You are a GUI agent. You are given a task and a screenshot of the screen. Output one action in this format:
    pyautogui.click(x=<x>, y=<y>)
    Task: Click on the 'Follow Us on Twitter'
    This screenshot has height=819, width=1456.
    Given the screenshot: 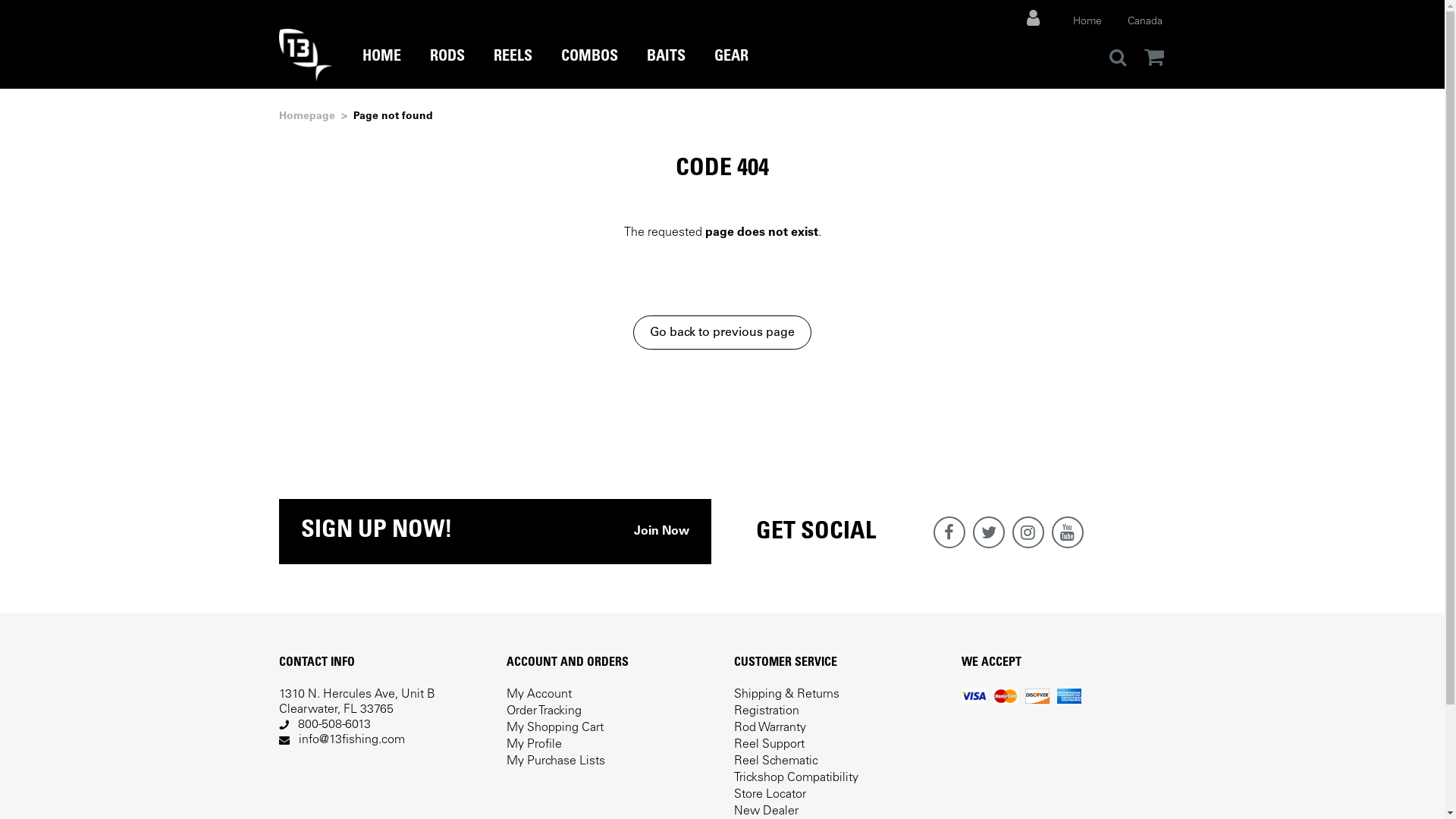 What is the action you would take?
    pyautogui.click(x=987, y=532)
    